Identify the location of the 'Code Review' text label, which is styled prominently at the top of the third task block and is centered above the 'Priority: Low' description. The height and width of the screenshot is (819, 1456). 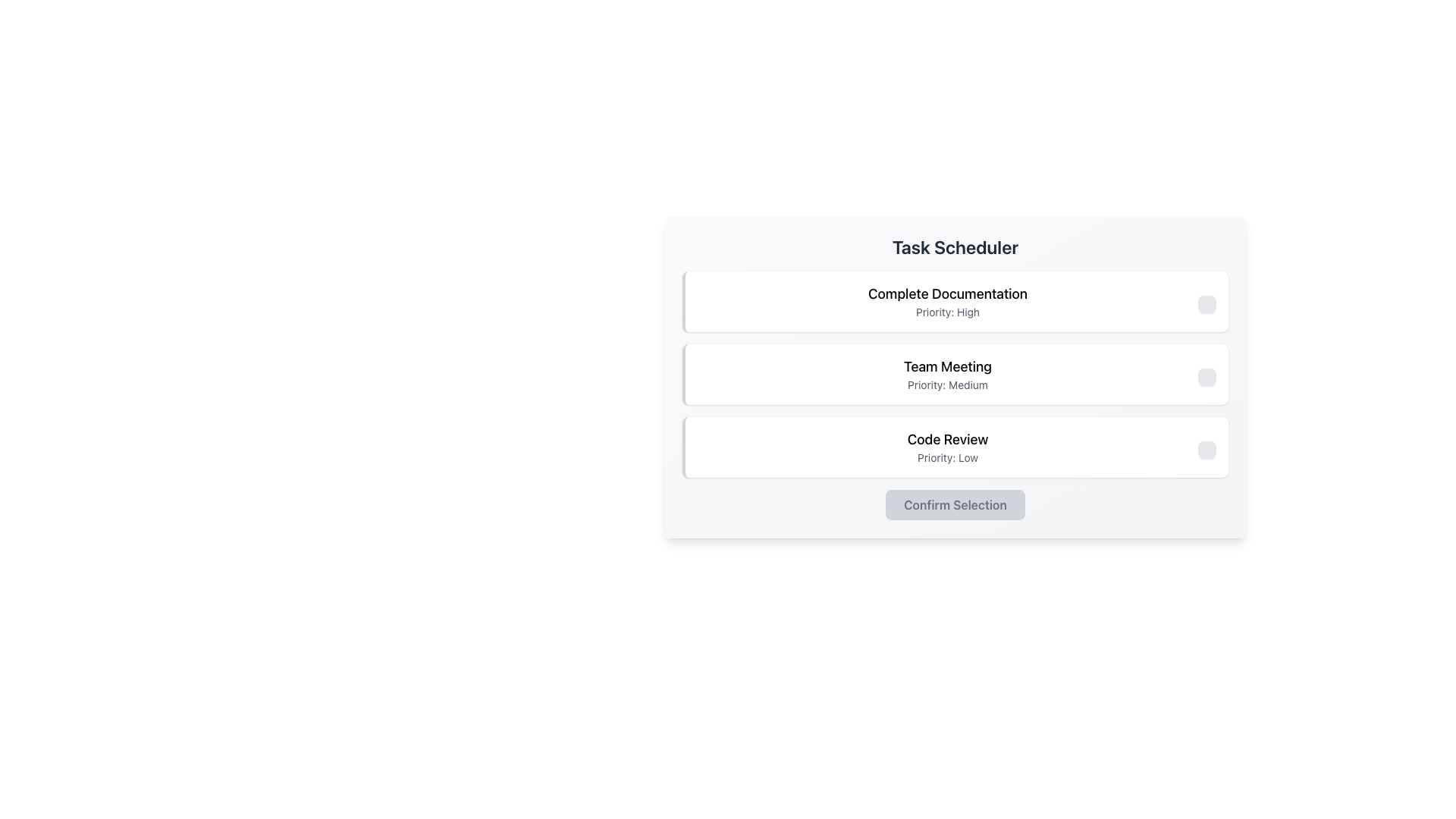
(946, 439).